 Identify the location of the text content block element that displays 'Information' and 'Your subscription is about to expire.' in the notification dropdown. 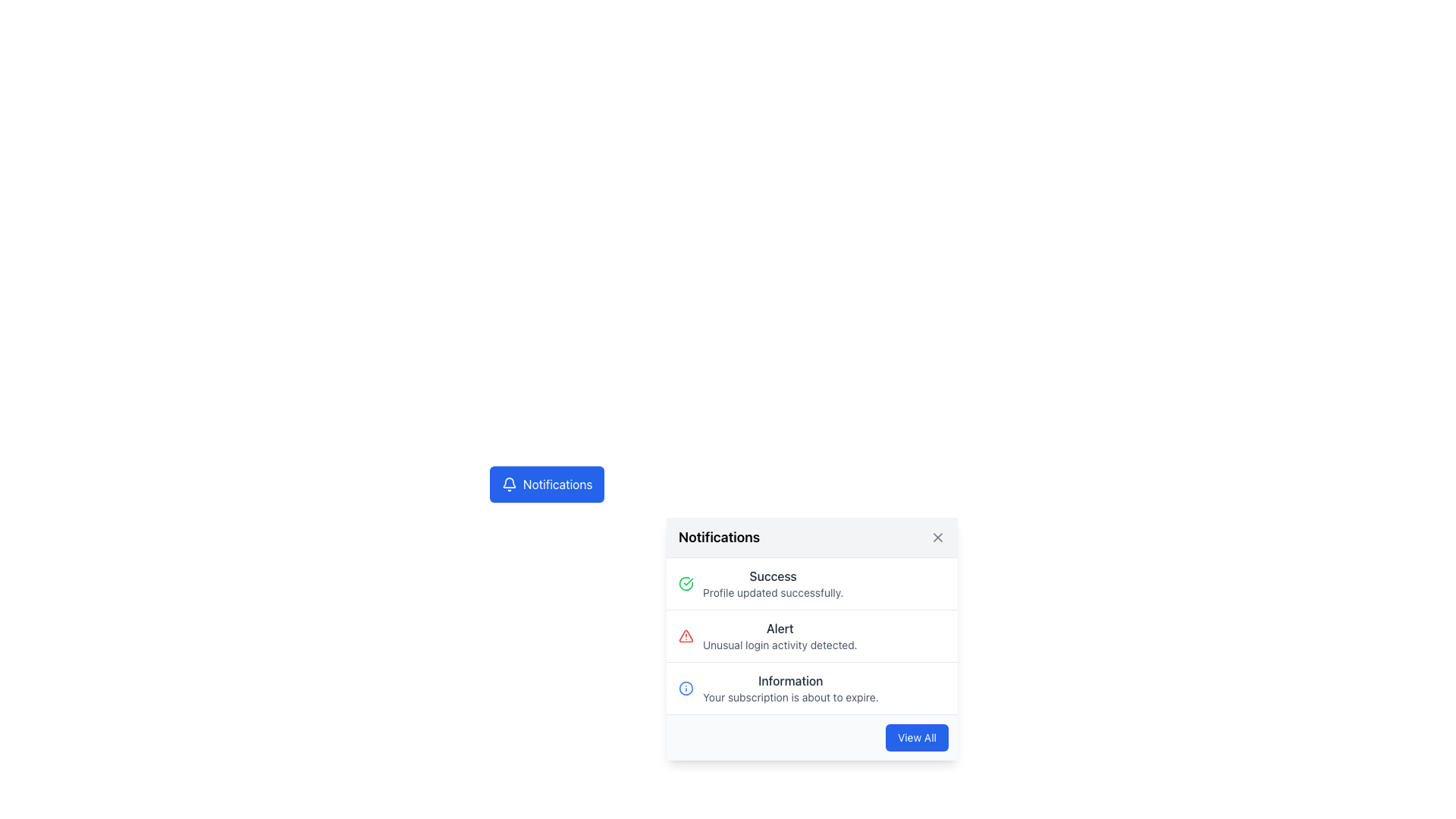
(789, 688).